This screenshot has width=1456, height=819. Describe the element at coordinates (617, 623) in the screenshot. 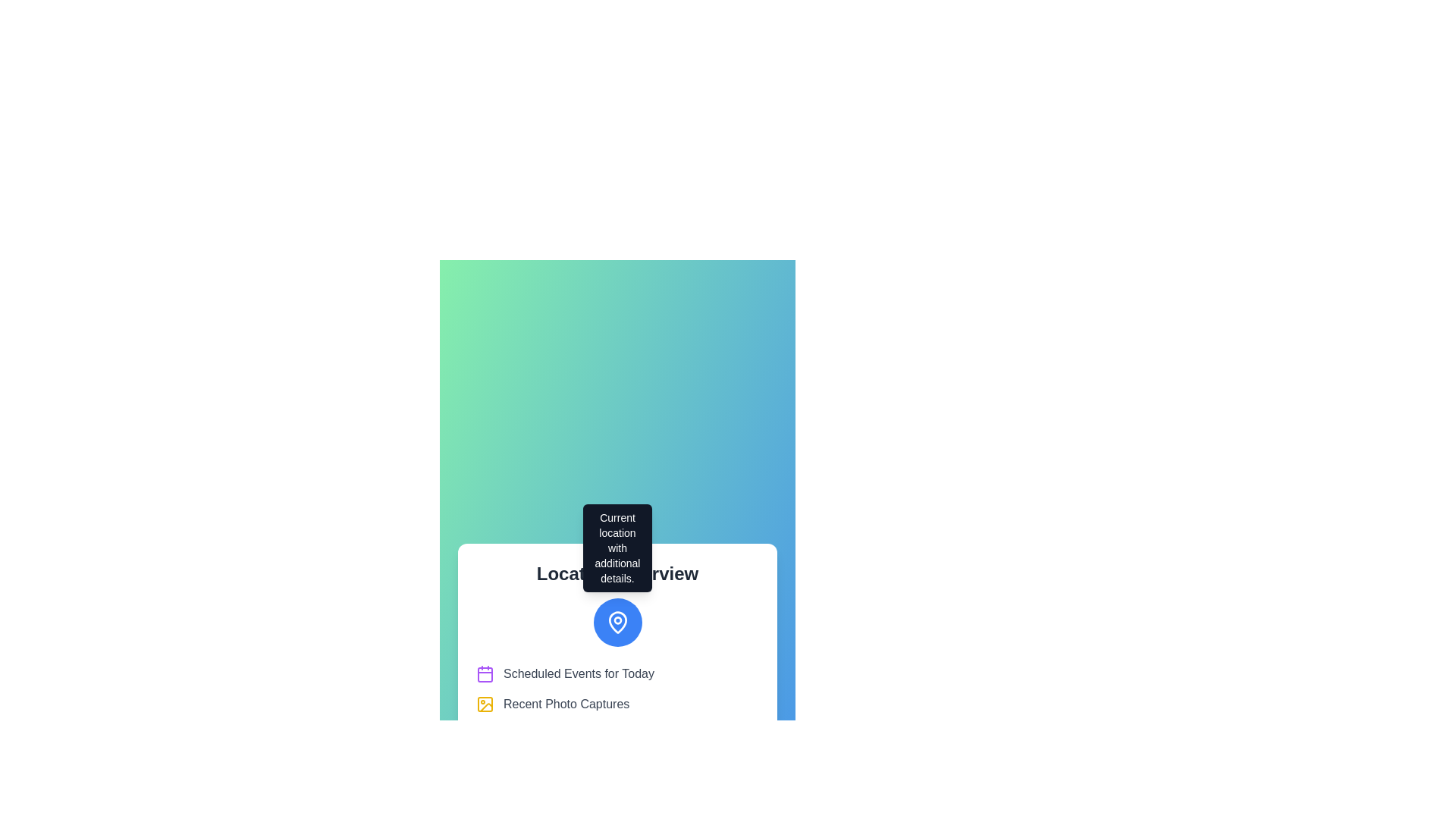

I see `the circular button with a blue background and white pin symbol to trigger the tooltip display` at that location.